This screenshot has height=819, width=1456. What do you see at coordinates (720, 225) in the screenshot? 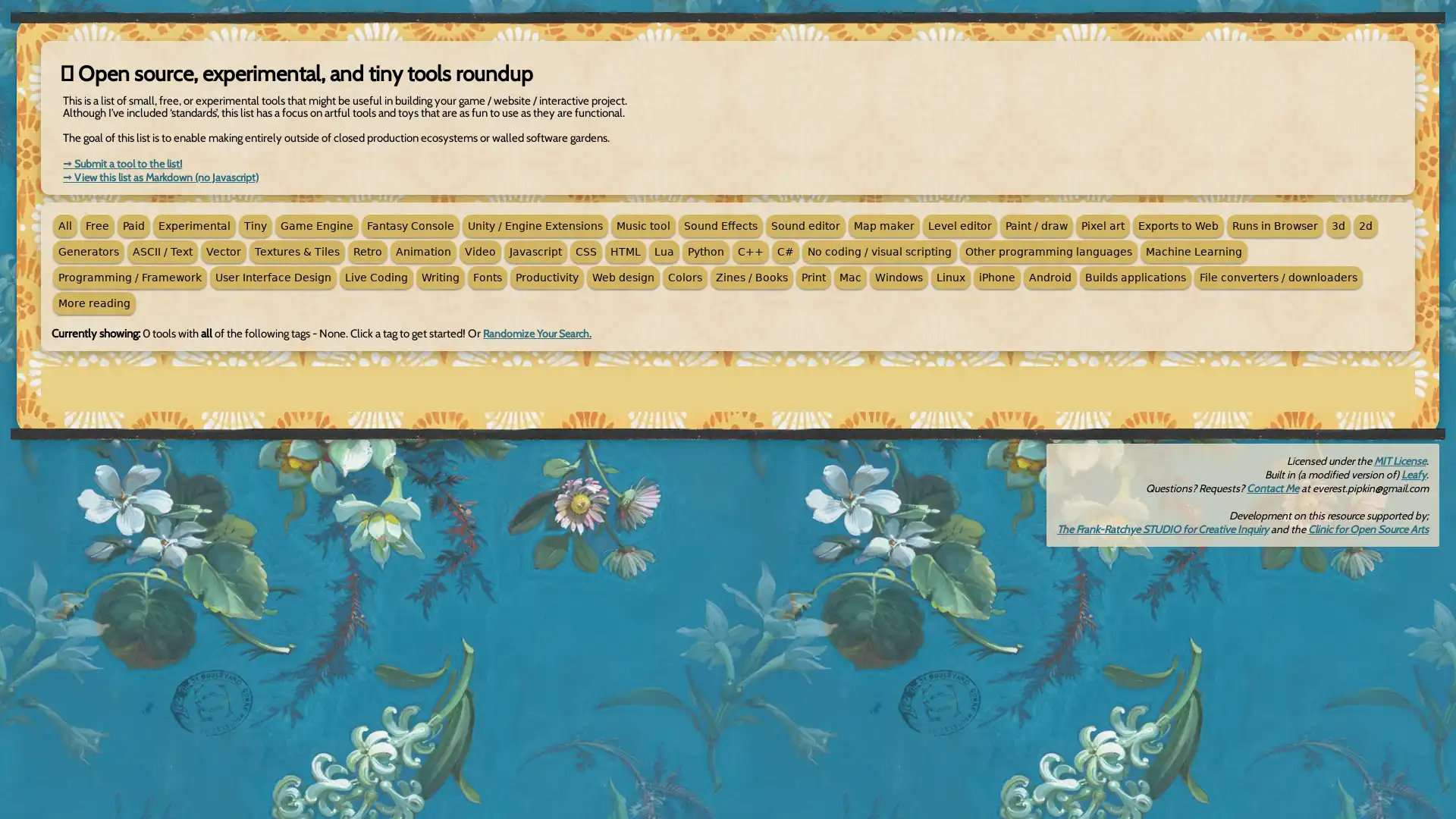
I see `Sound Effects` at bounding box center [720, 225].